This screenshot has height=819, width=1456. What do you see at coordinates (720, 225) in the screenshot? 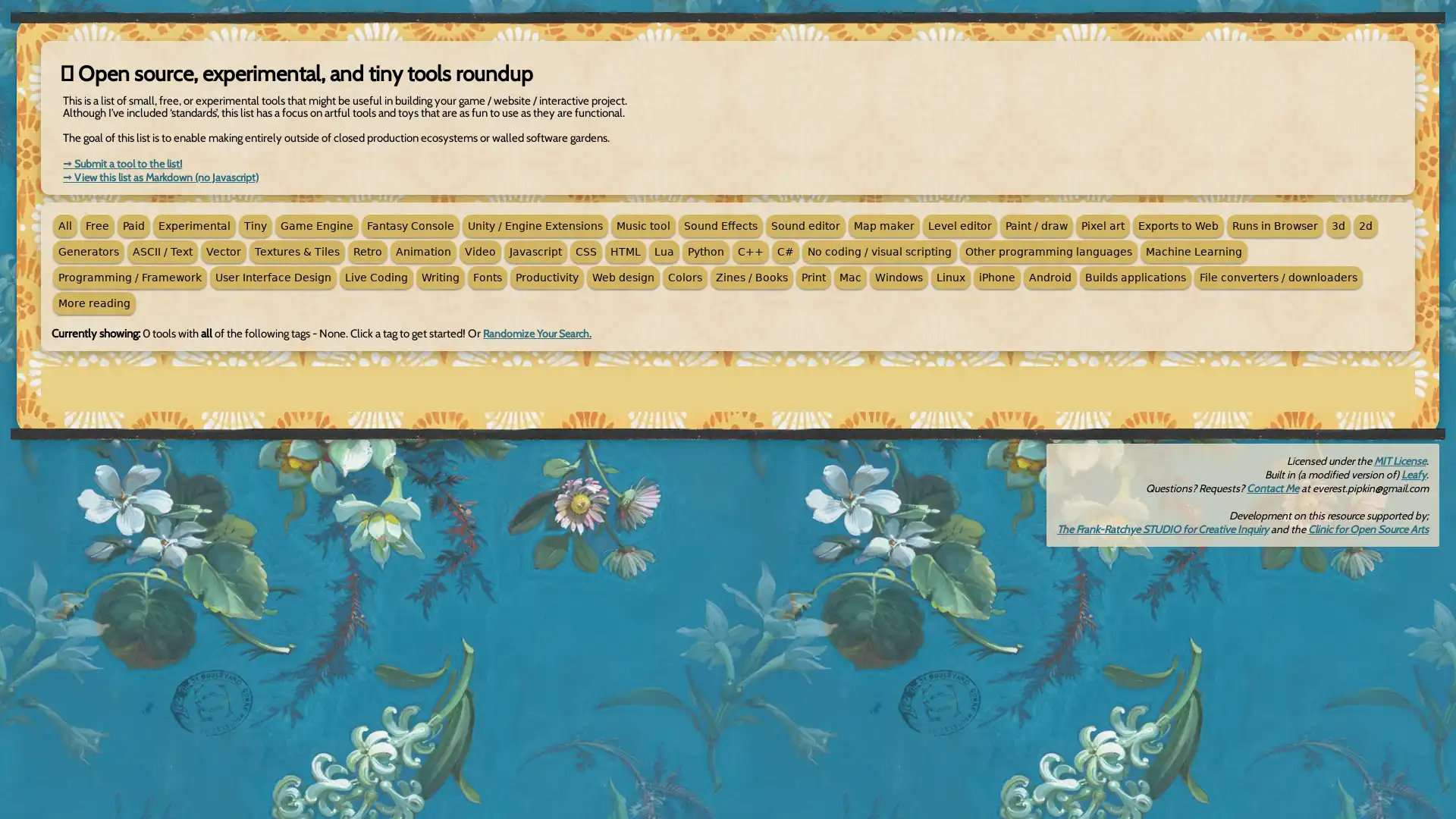
I see `Sound Effects` at bounding box center [720, 225].